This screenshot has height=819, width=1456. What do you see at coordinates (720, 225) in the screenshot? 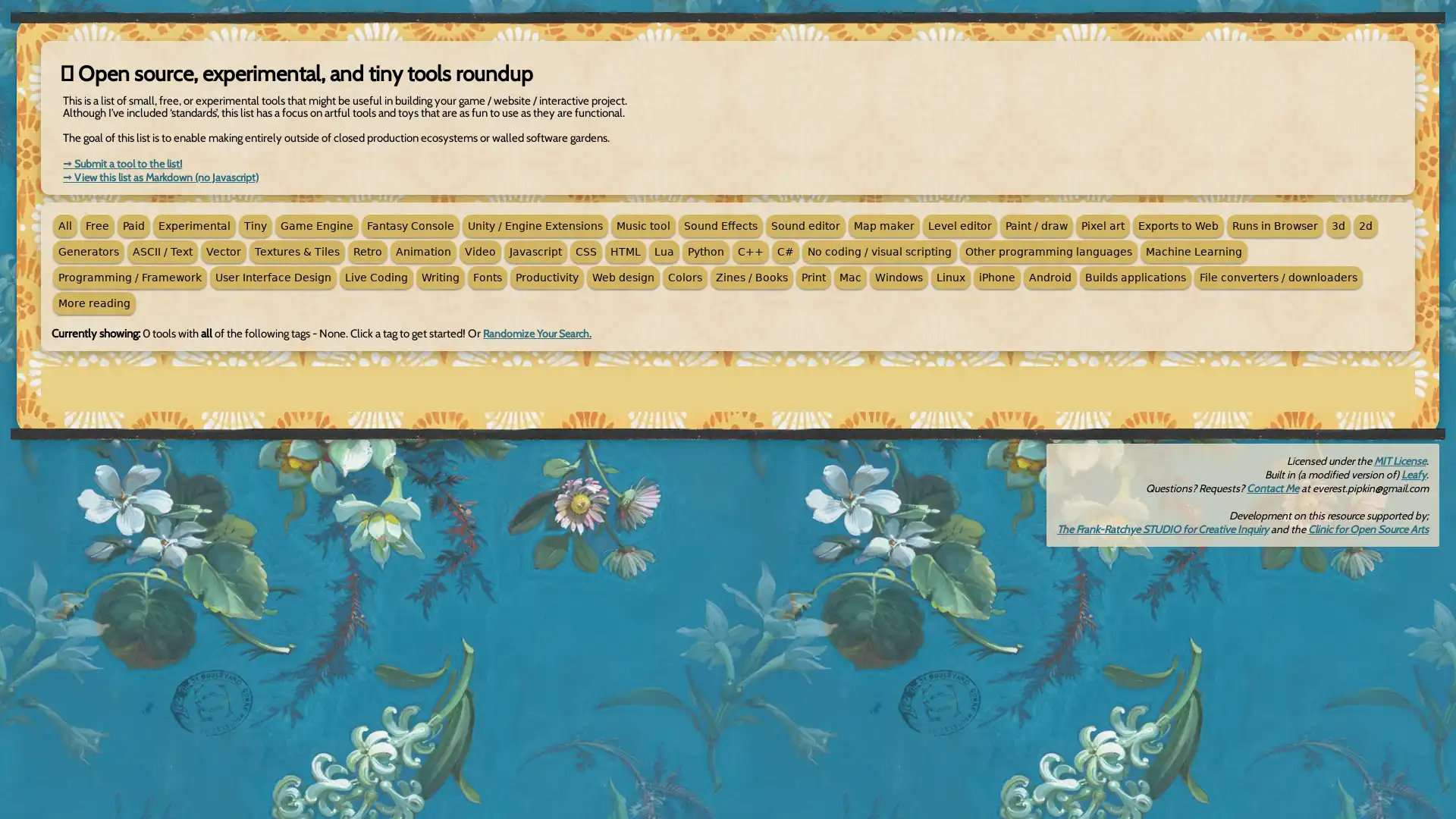
I see `Sound Effects` at bounding box center [720, 225].